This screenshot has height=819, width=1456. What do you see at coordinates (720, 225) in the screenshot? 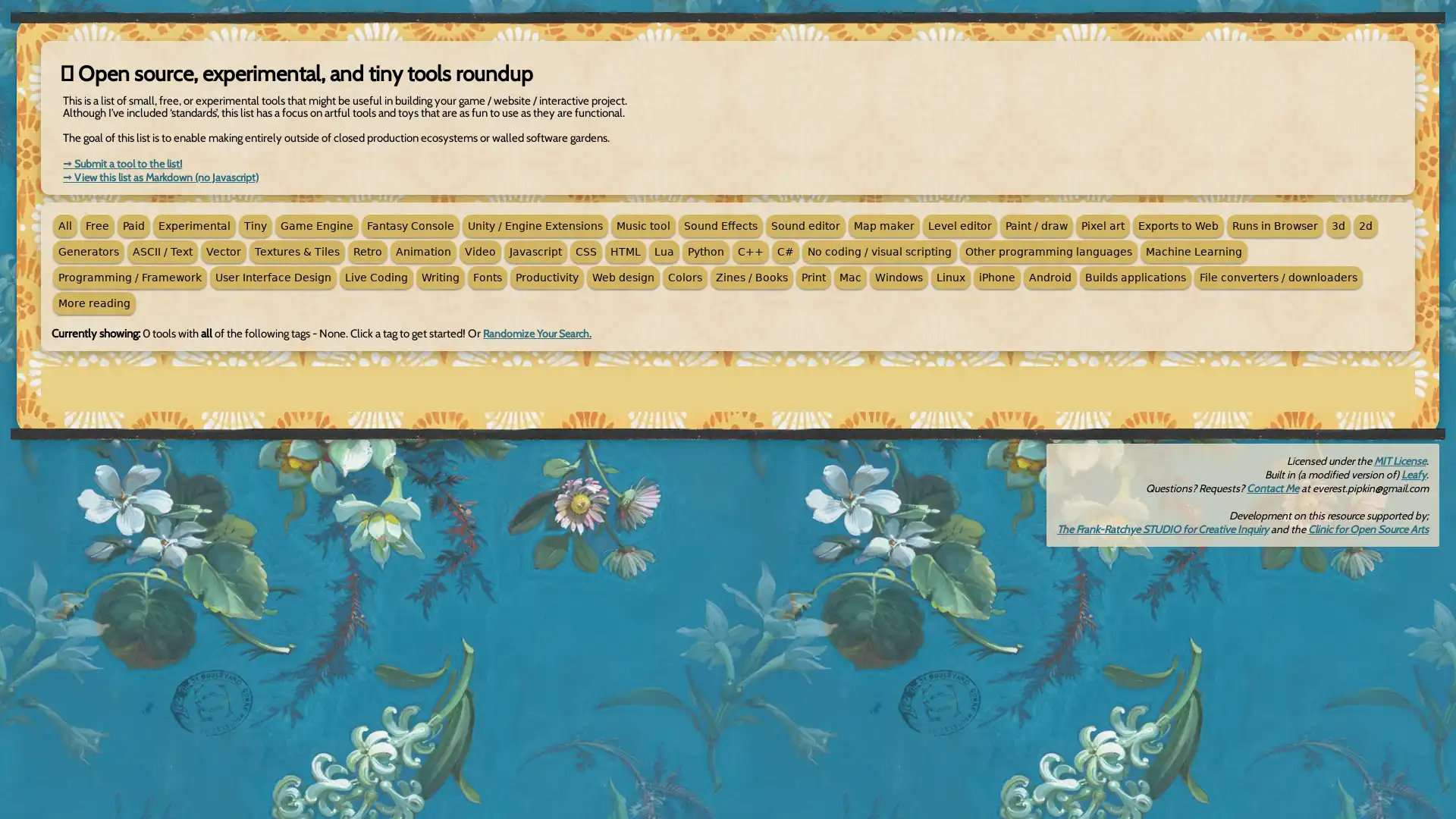
I see `Sound Effects` at bounding box center [720, 225].